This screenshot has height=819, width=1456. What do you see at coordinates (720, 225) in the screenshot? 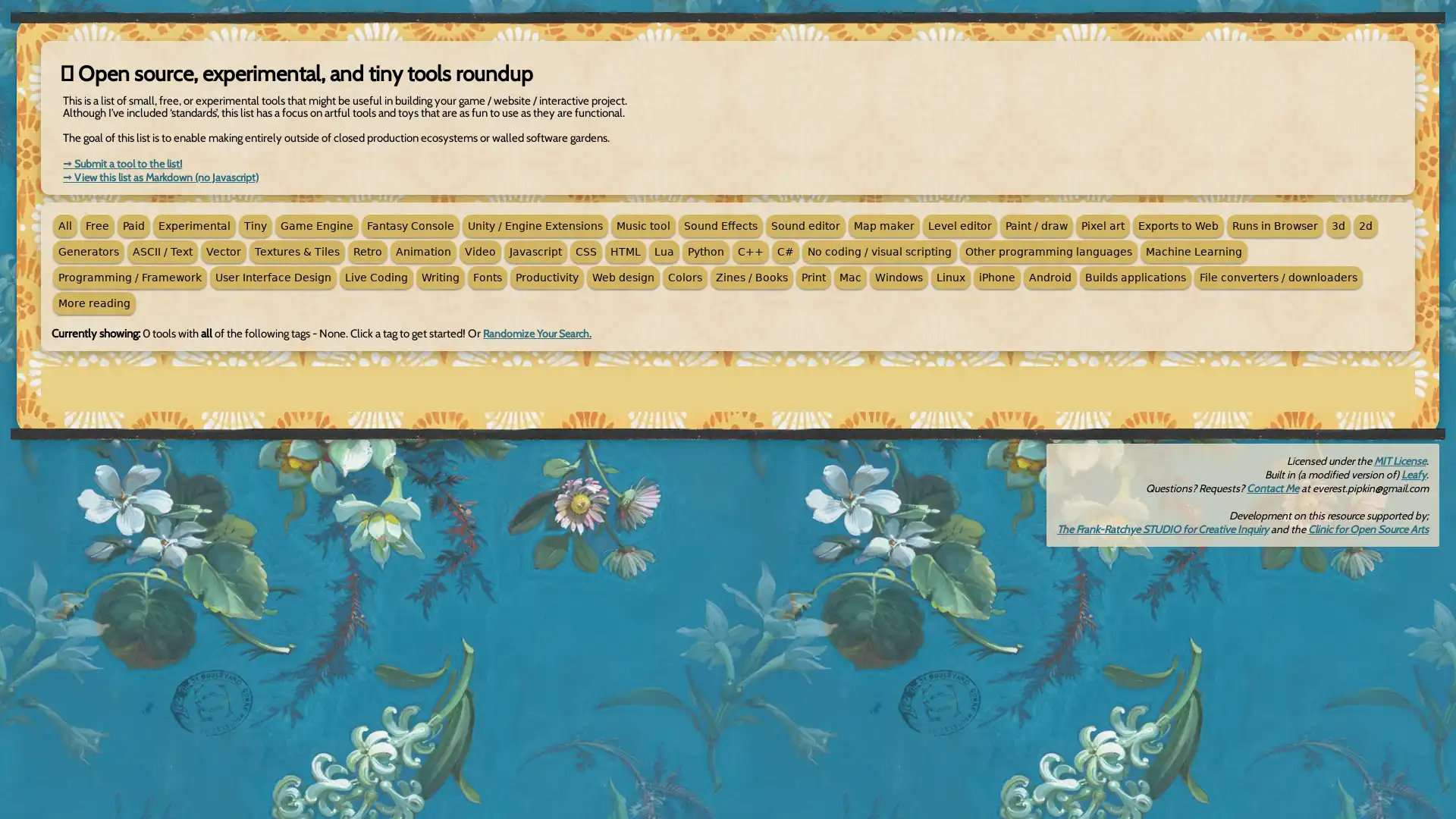
I see `Sound Effects` at bounding box center [720, 225].